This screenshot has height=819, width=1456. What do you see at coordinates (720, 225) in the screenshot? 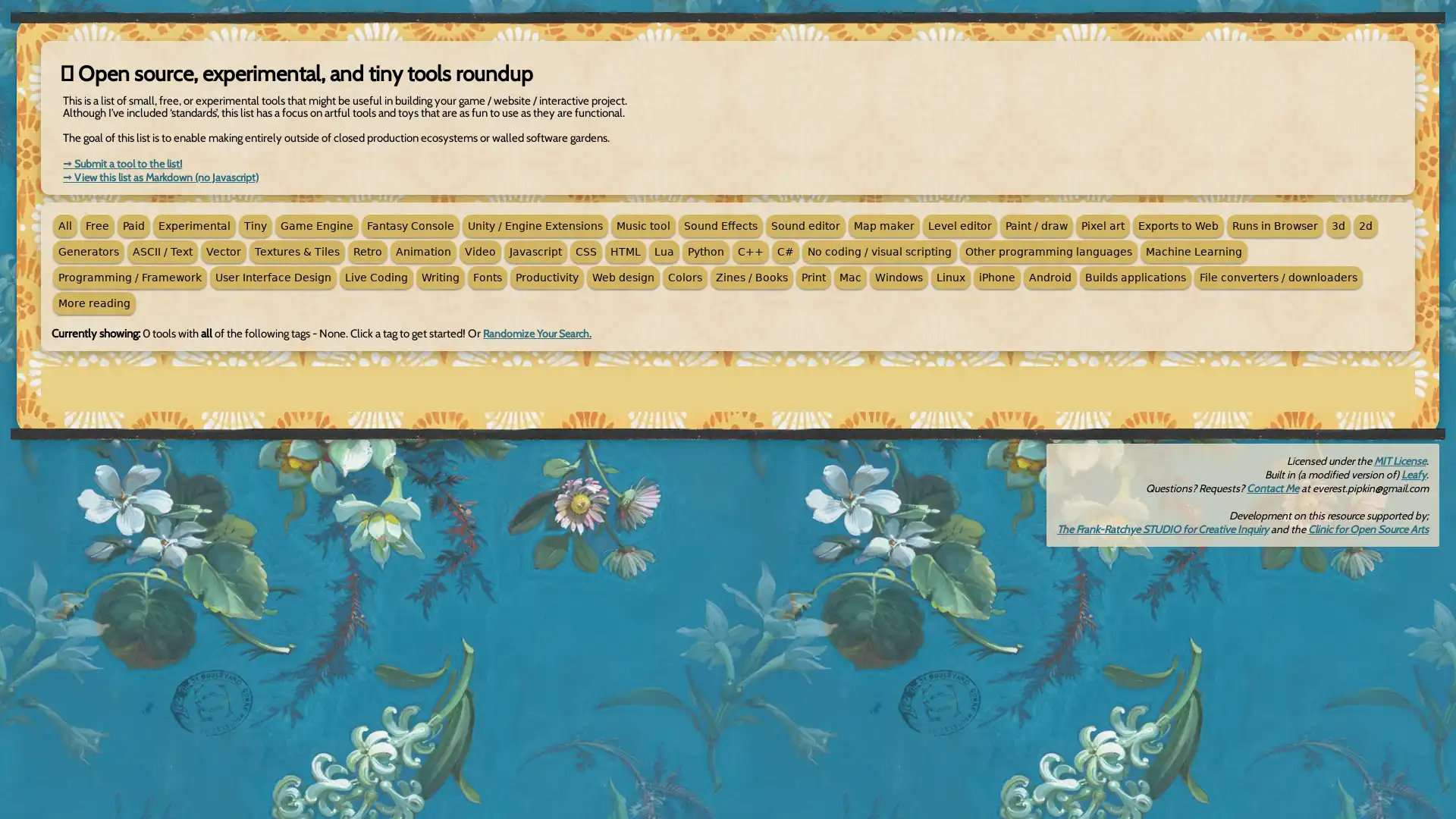
I see `Sound Effects` at bounding box center [720, 225].